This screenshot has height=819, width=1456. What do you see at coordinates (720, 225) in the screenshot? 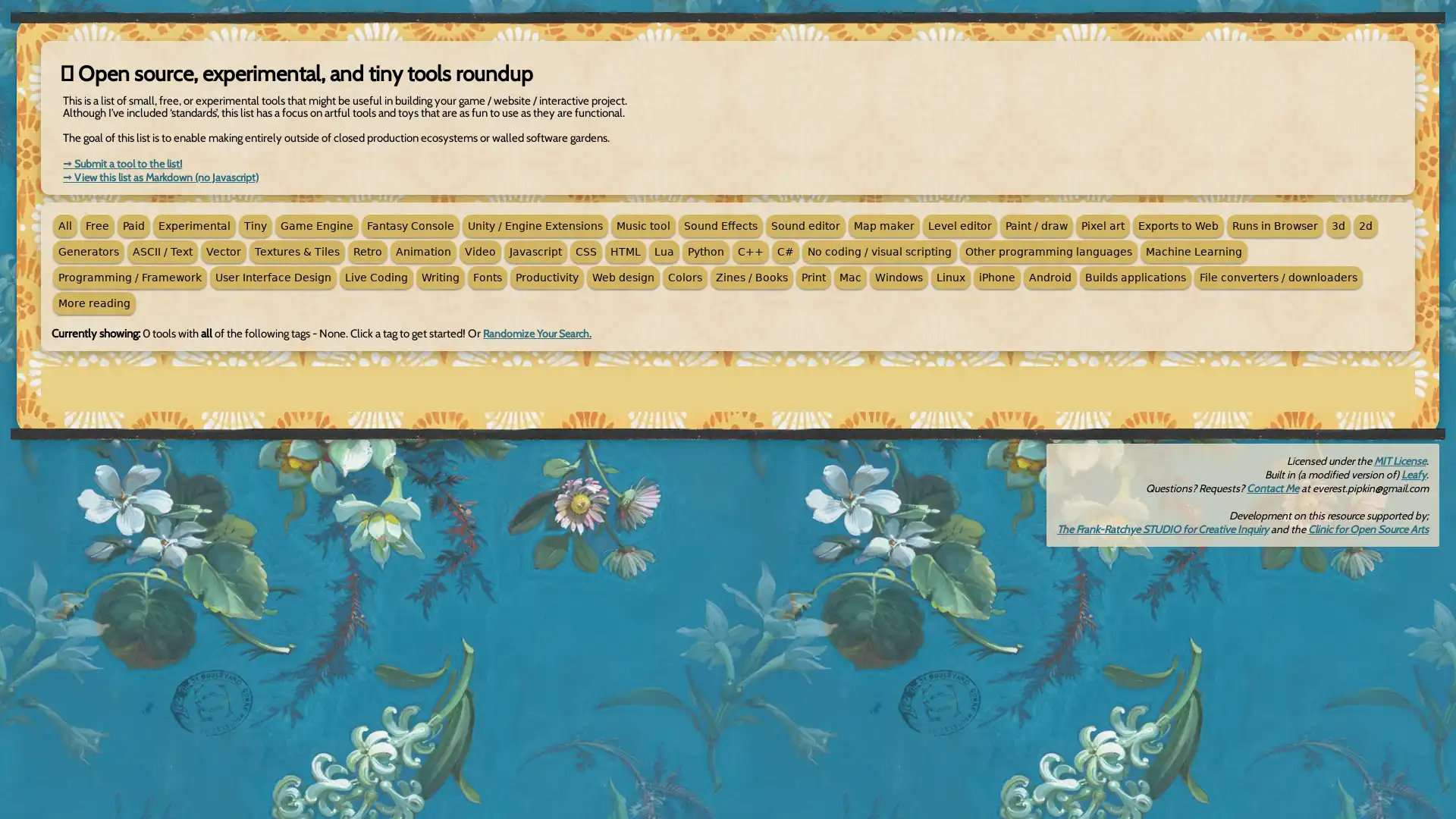
I see `Sound Effects` at bounding box center [720, 225].